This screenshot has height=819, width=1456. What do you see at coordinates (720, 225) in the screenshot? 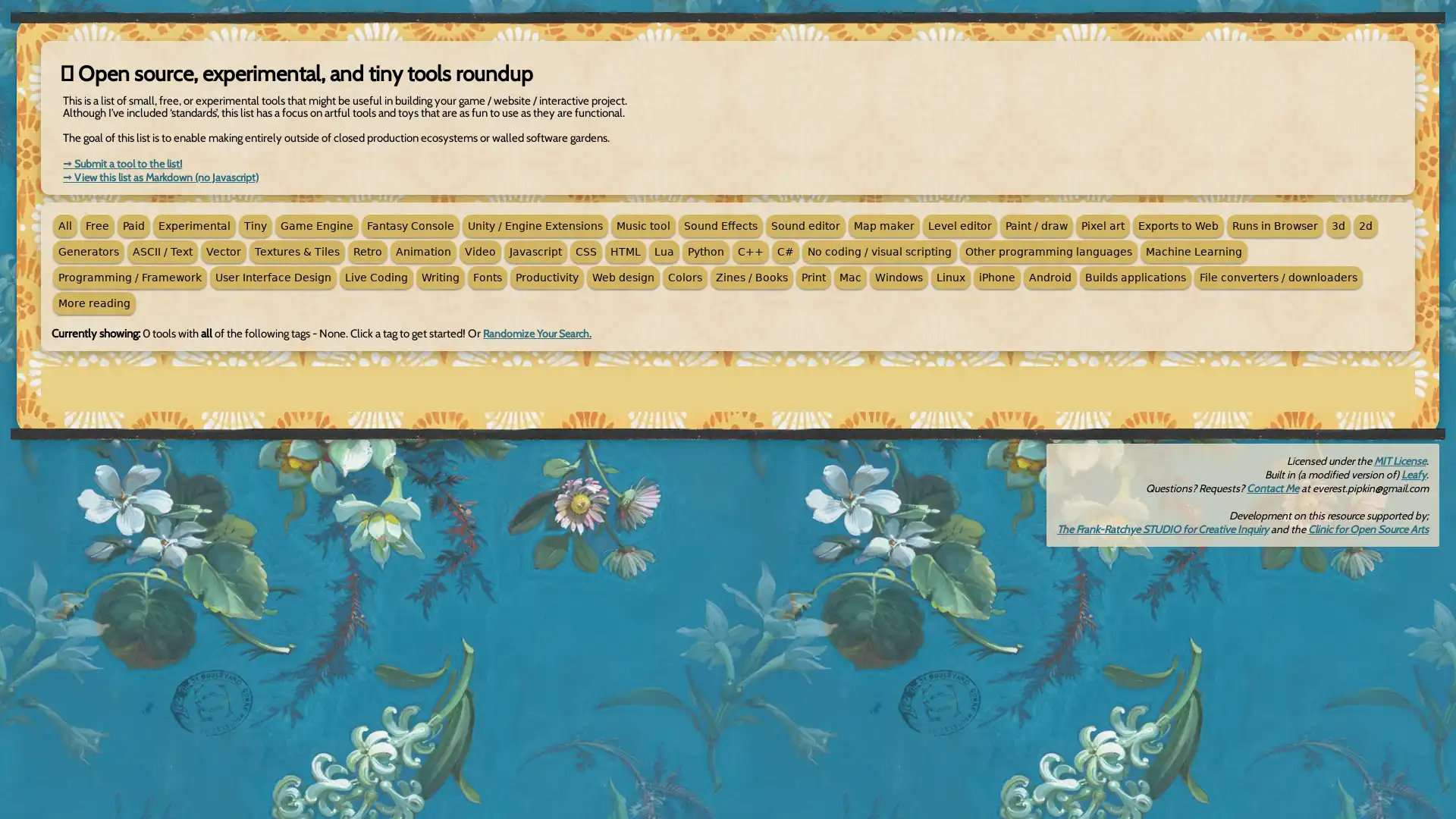
I see `Sound Effects` at bounding box center [720, 225].